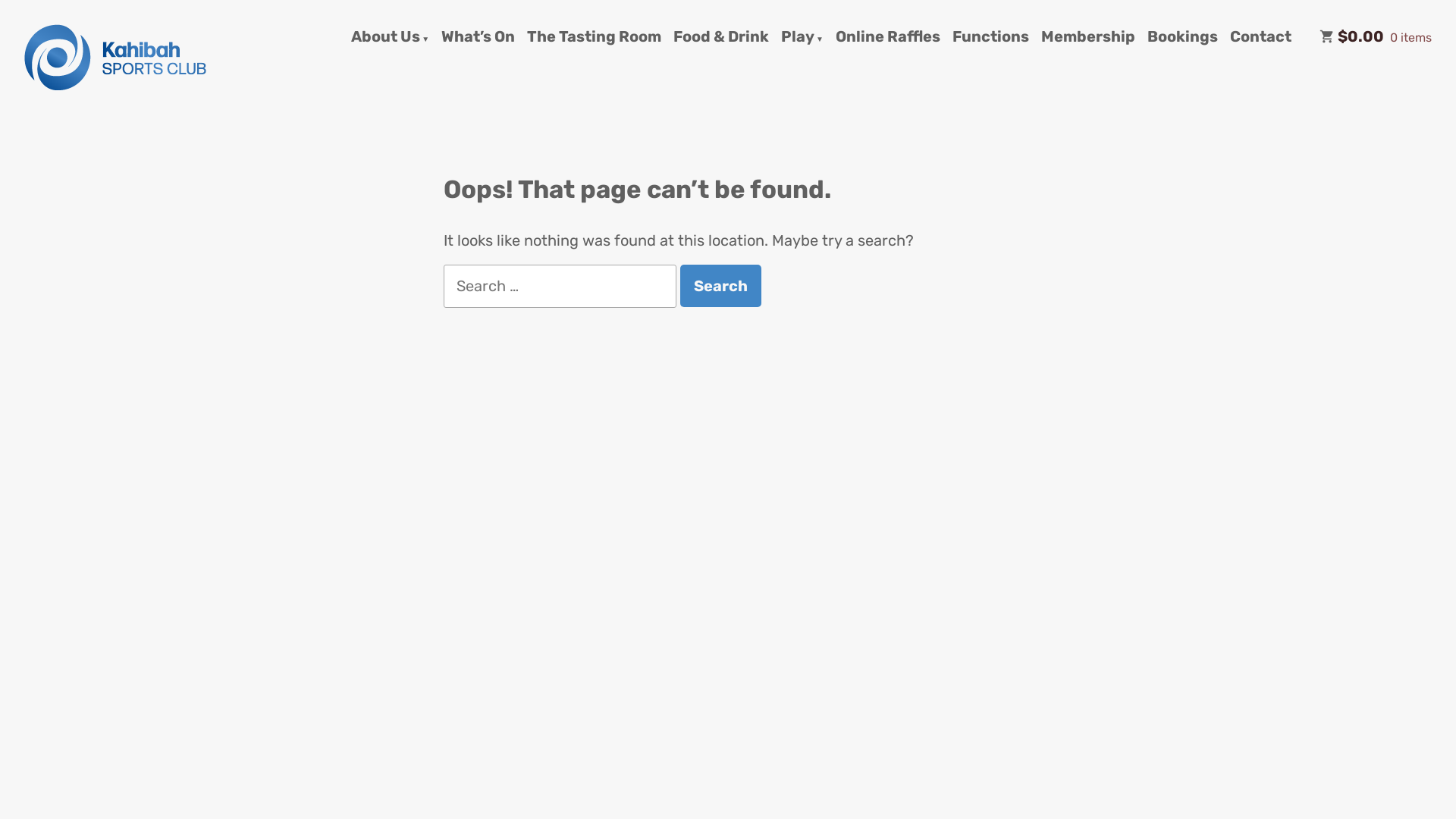 This screenshot has width=1456, height=819. I want to click on 'Membership', so click(1040, 36).